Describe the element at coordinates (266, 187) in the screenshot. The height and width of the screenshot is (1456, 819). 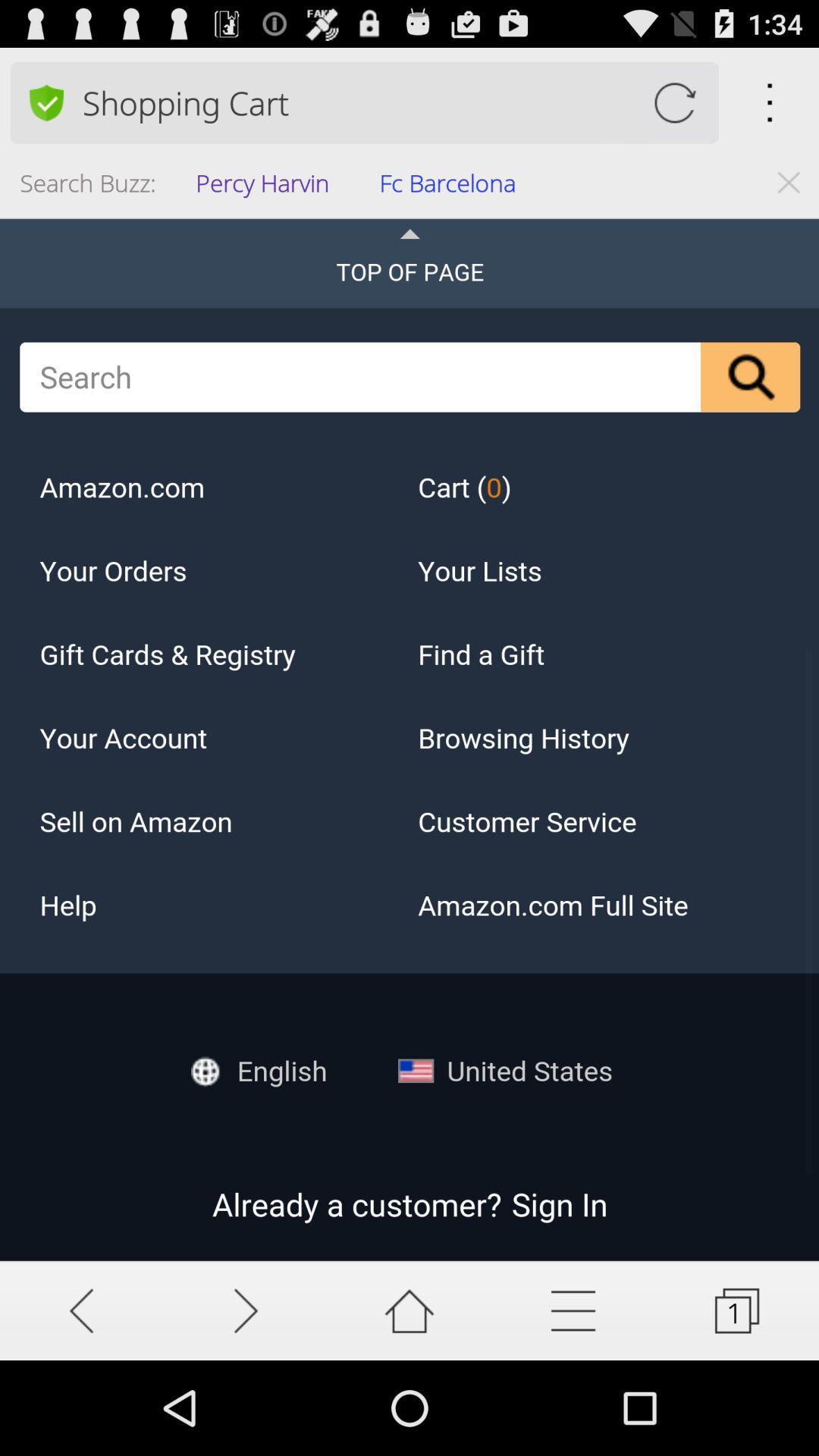
I see `the app to the right of the search buzz:` at that location.